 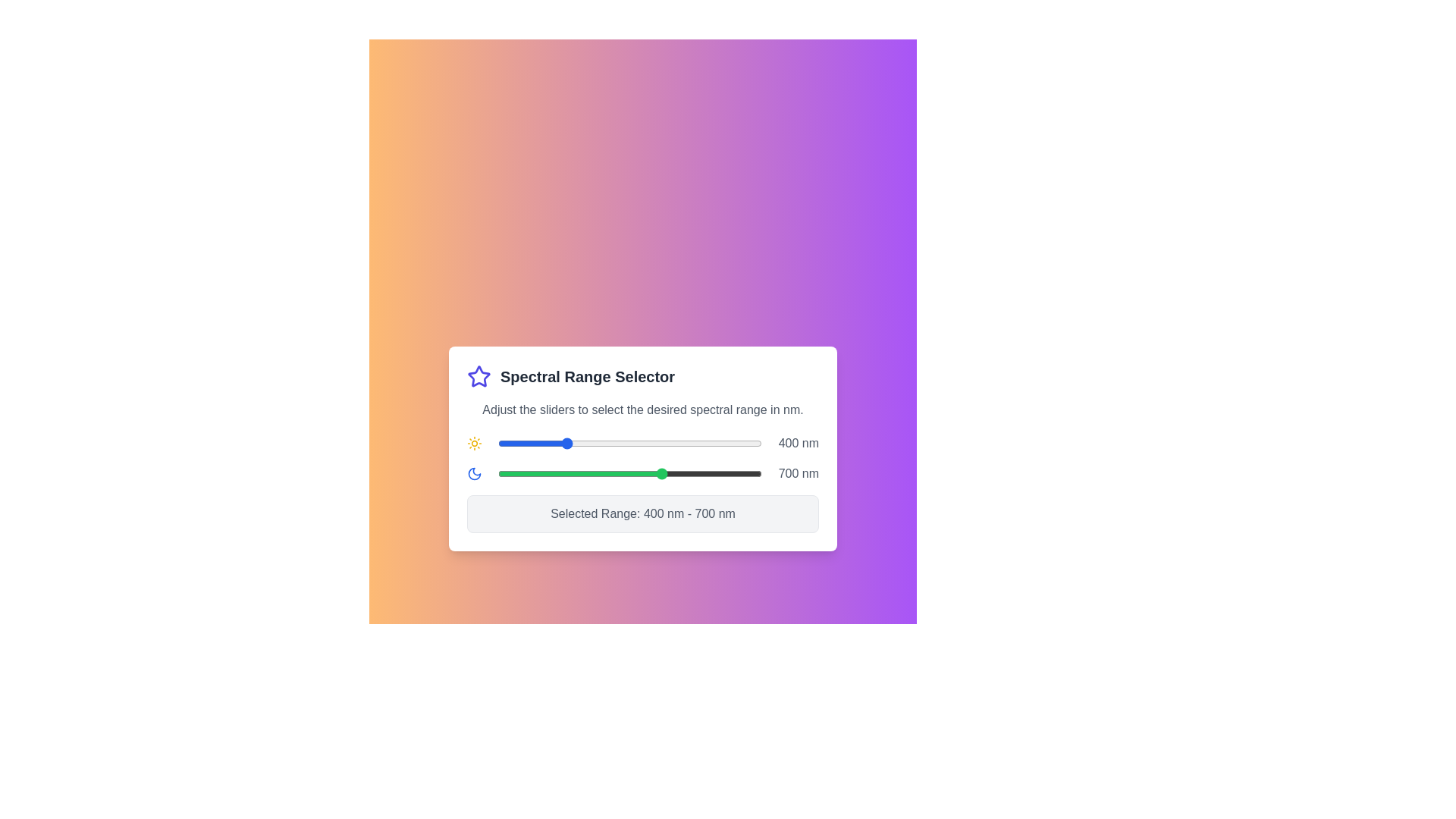 What do you see at coordinates (479, 376) in the screenshot?
I see `the star icon above the Spectral Range Selector header` at bounding box center [479, 376].